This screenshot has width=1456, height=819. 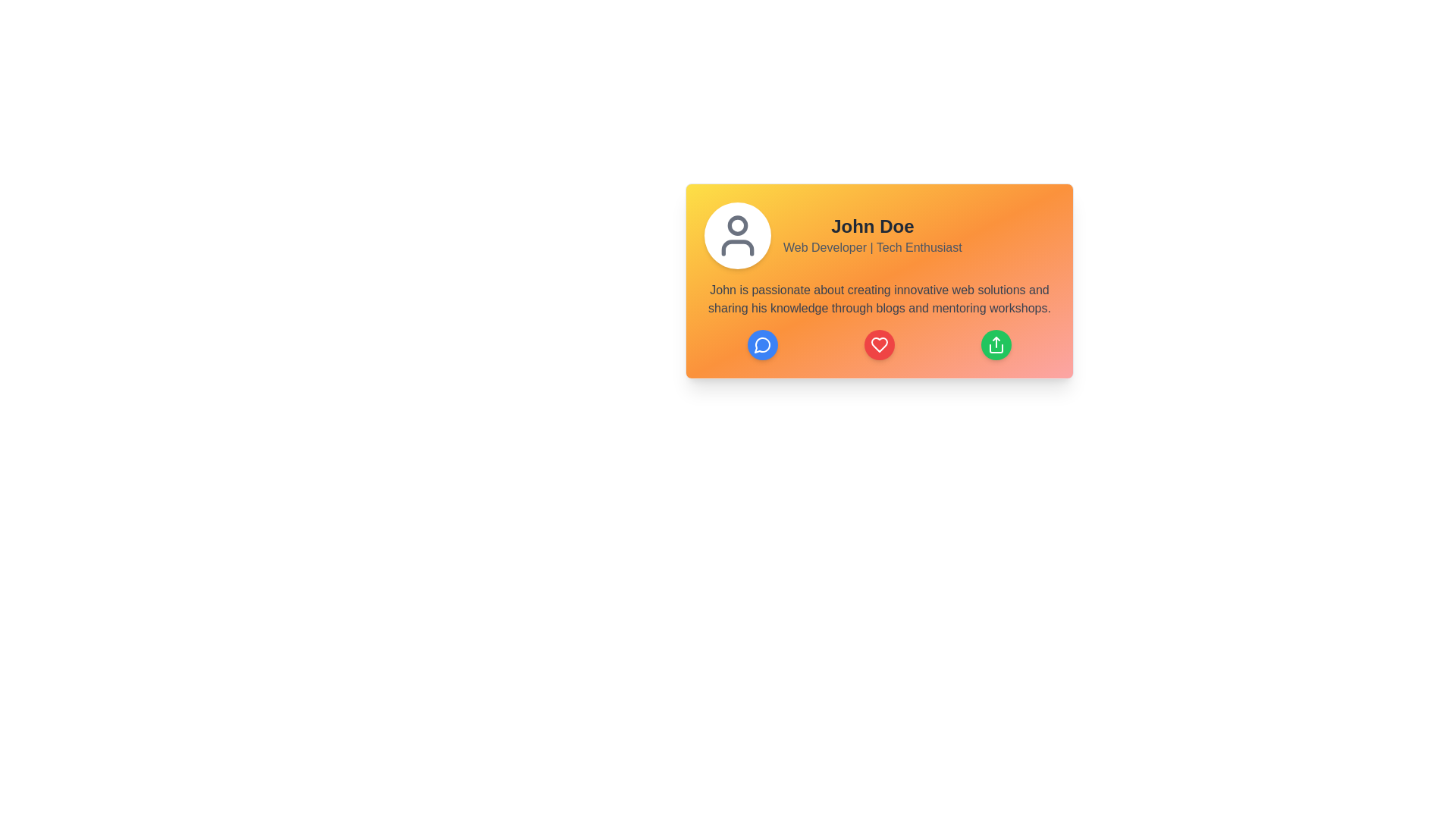 What do you see at coordinates (761, 345) in the screenshot?
I see `the leftmost interactive SVG-based icon in the lower left corner of the interactive card` at bounding box center [761, 345].